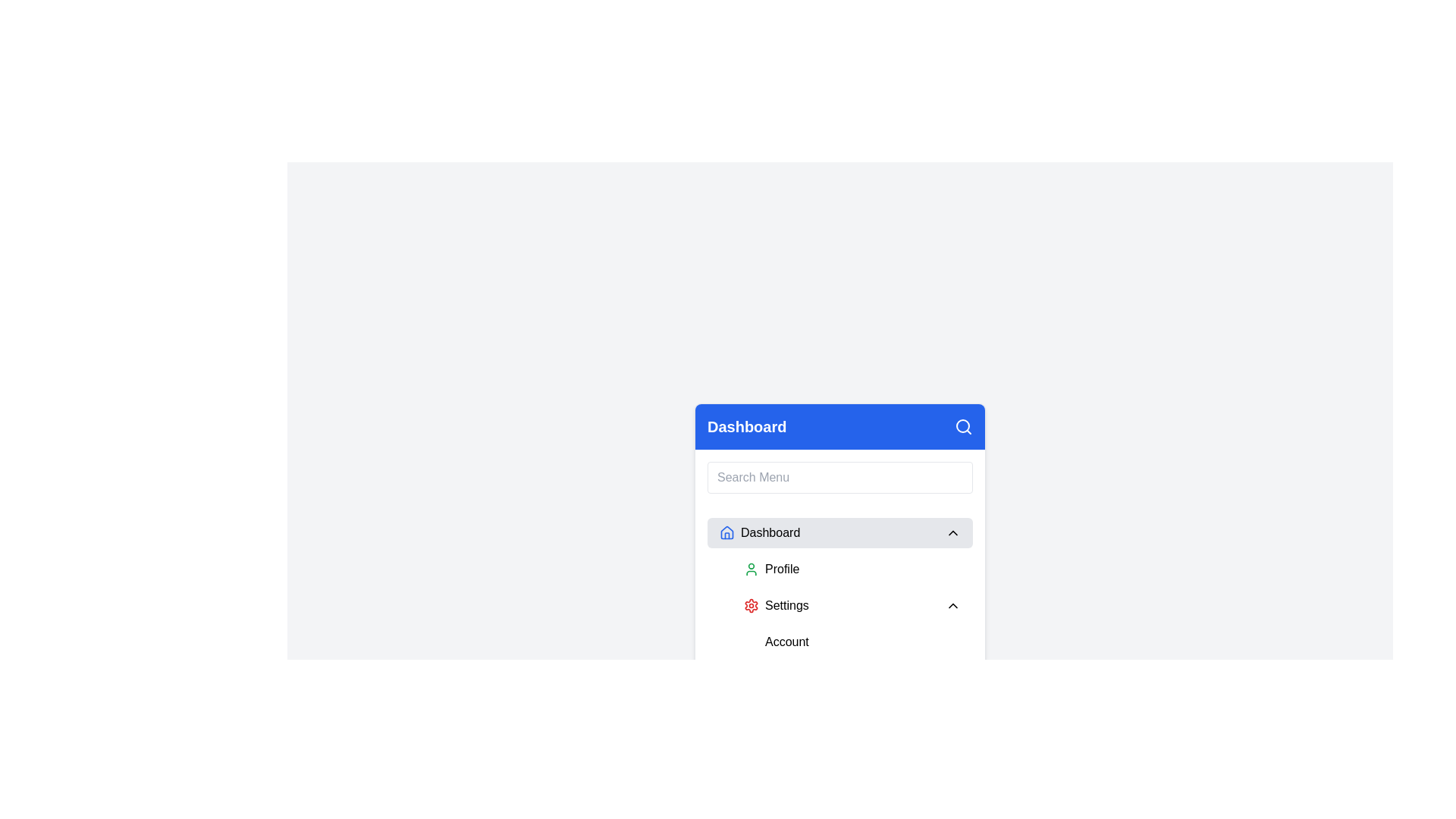  Describe the element at coordinates (952, 604) in the screenshot. I see `the chevron icon next to the 'Settings' label to visualize any interactive feedback` at that location.